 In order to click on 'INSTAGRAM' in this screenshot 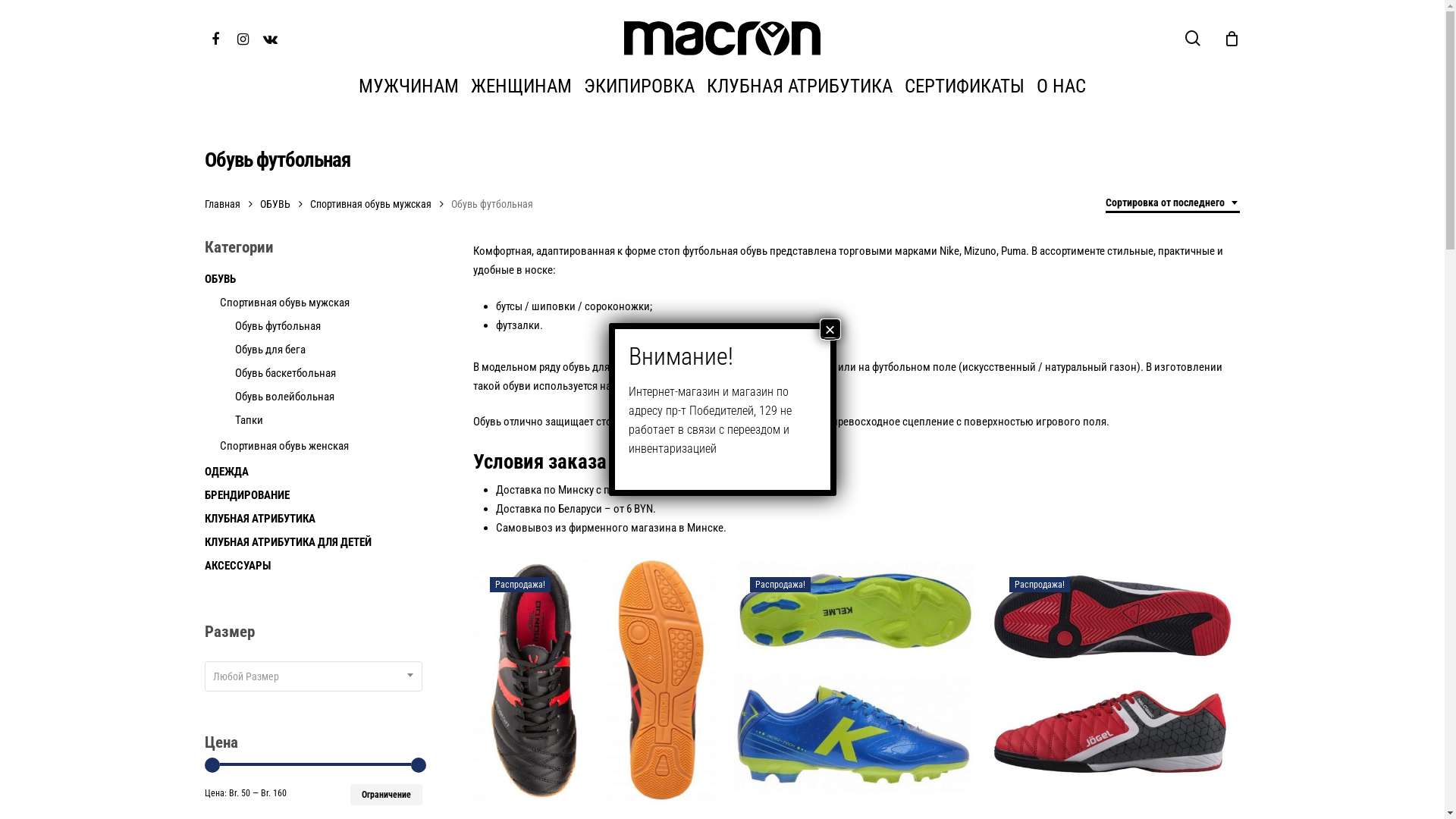, I will do `click(243, 37)`.